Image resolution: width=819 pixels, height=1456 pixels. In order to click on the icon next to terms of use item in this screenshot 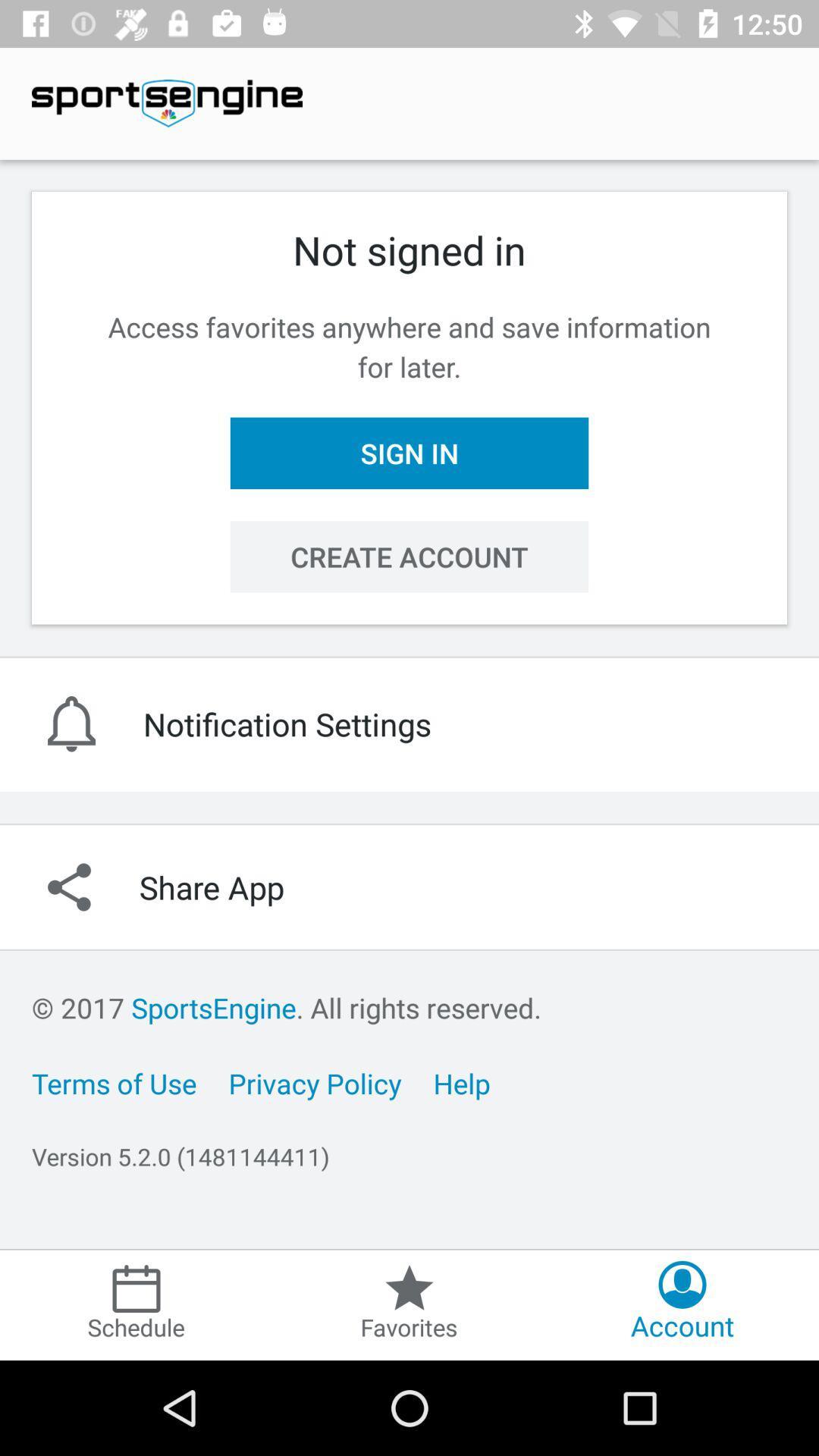, I will do `click(314, 1082)`.